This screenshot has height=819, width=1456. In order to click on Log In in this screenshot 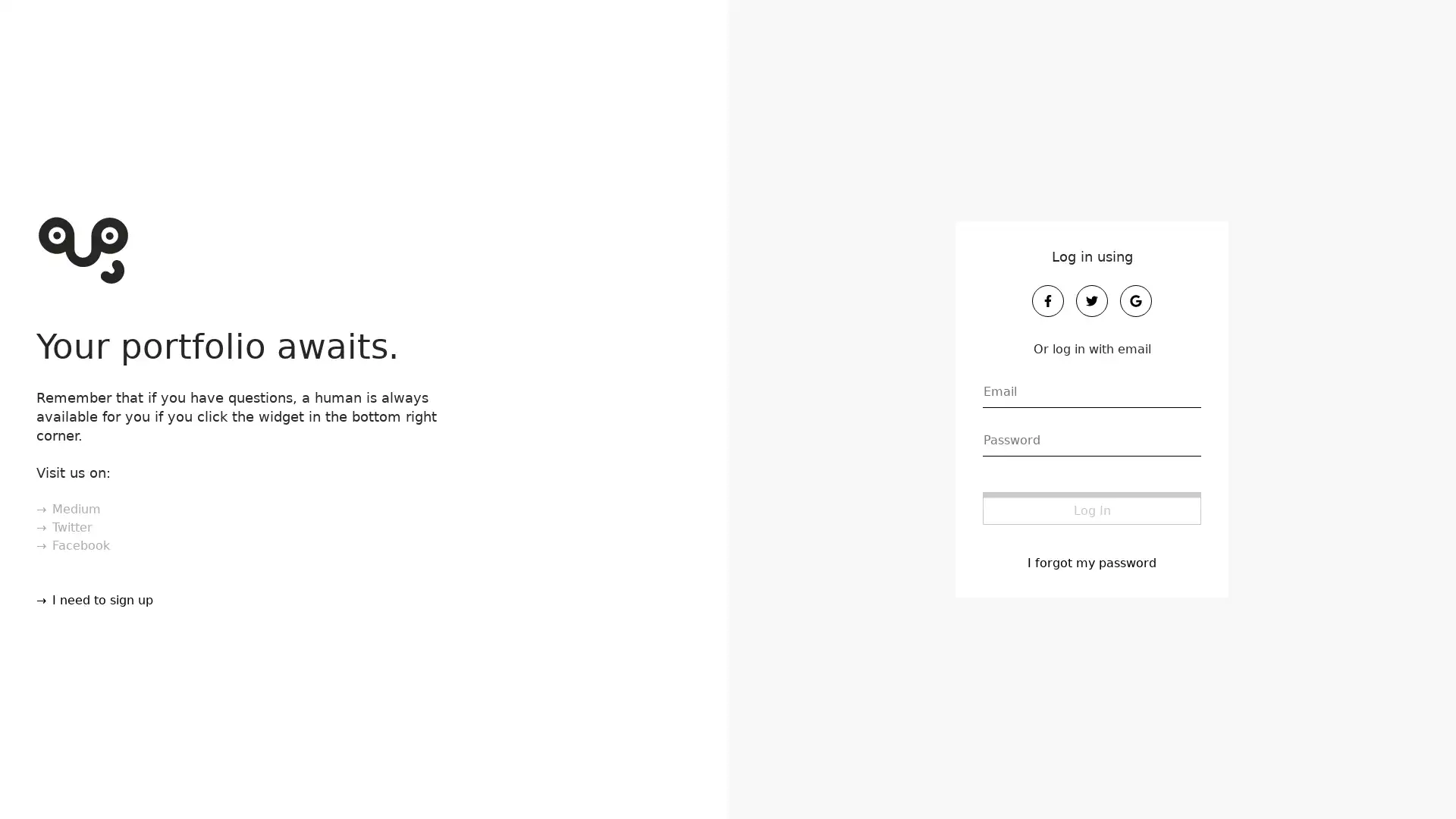, I will do `click(1092, 507)`.